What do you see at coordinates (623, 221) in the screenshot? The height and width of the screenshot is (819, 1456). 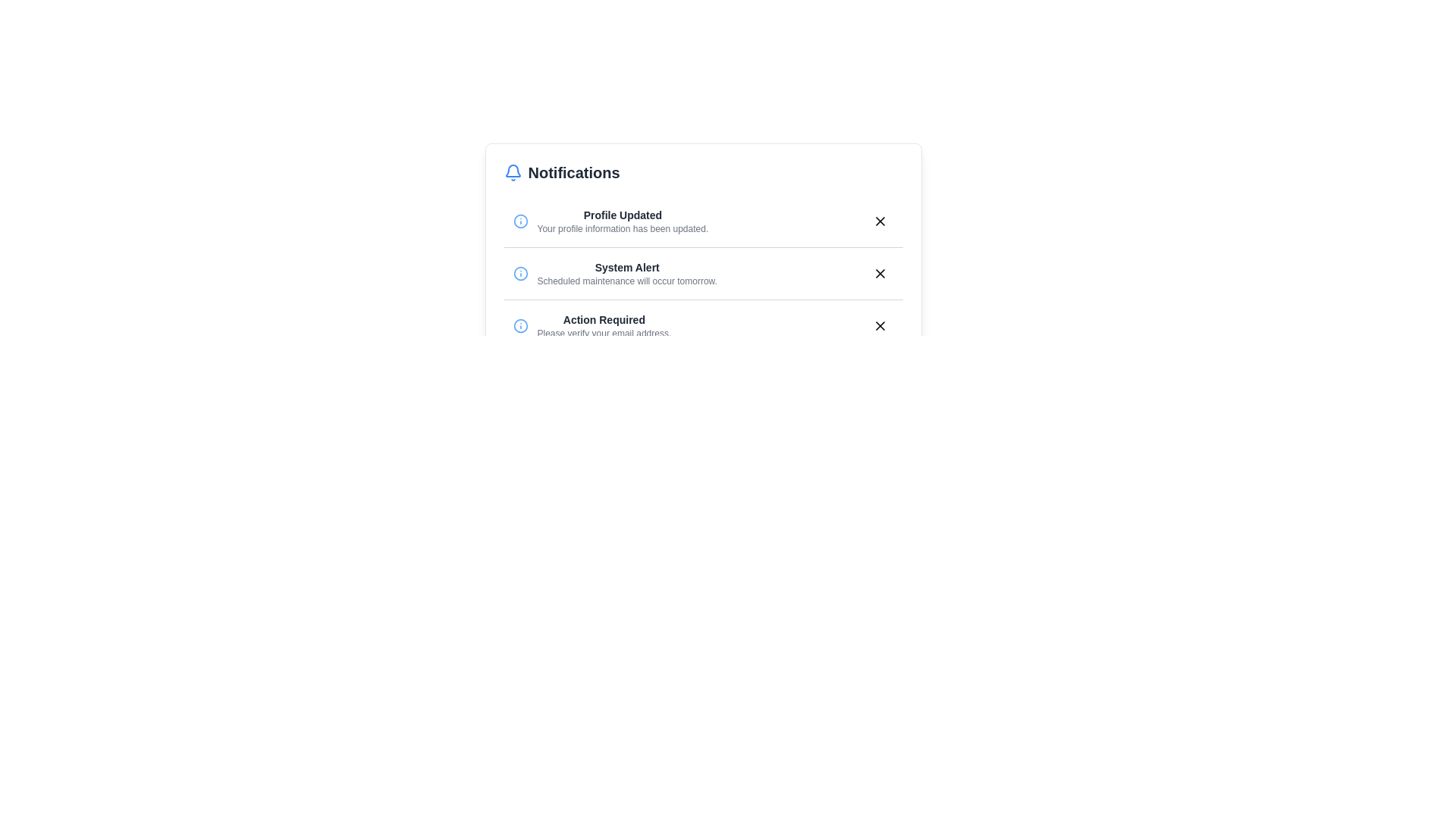 I see `informational text block indicating that the profile update has been successful, located at the top of the notification pane` at bounding box center [623, 221].